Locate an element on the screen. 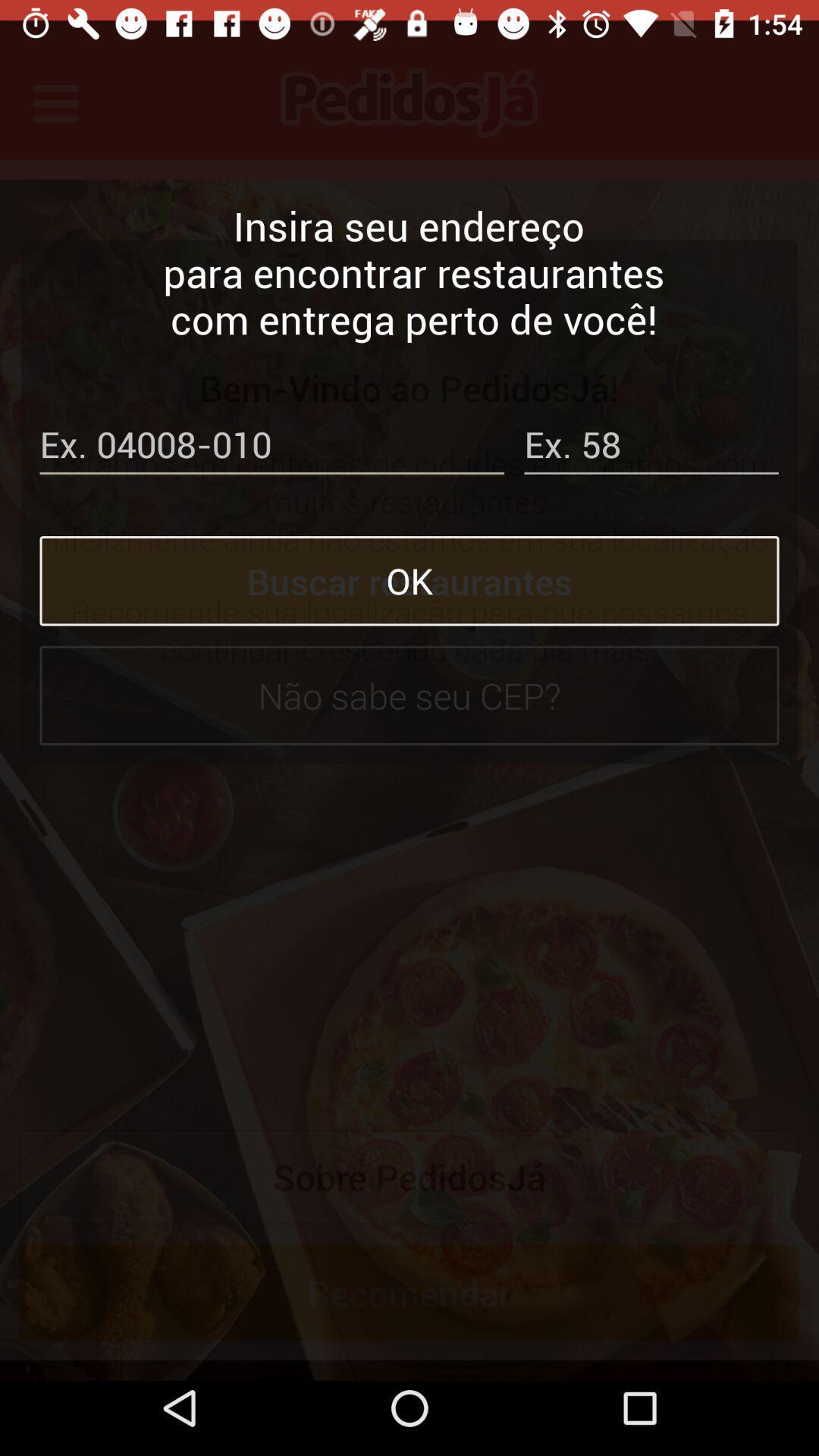 This screenshot has width=819, height=1456. ok item is located at coordinates (409, 560).